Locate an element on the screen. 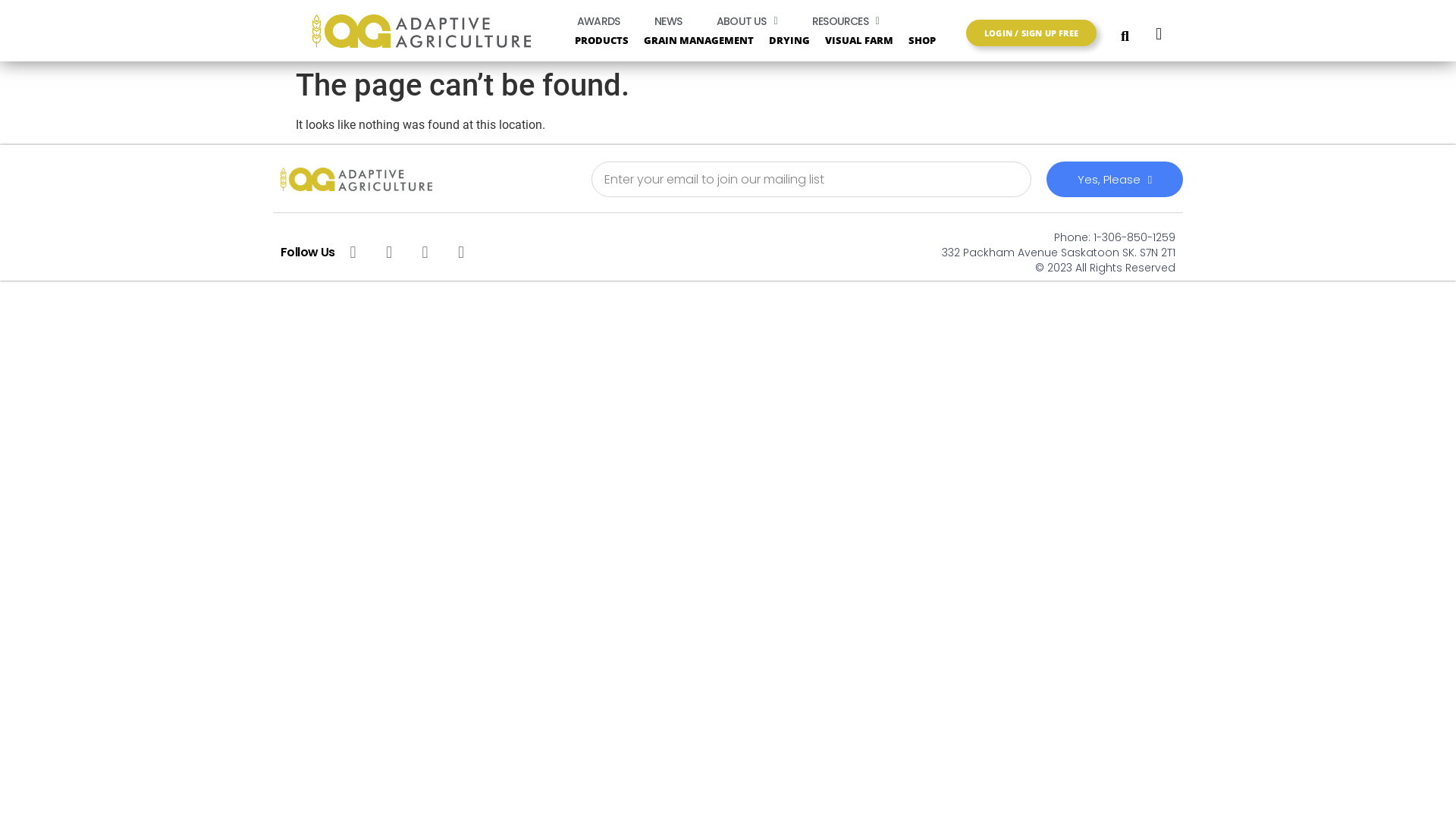 The height and width of the screenshot is (819, 1456). 'SHOP' is located at coordinates (932, 39).